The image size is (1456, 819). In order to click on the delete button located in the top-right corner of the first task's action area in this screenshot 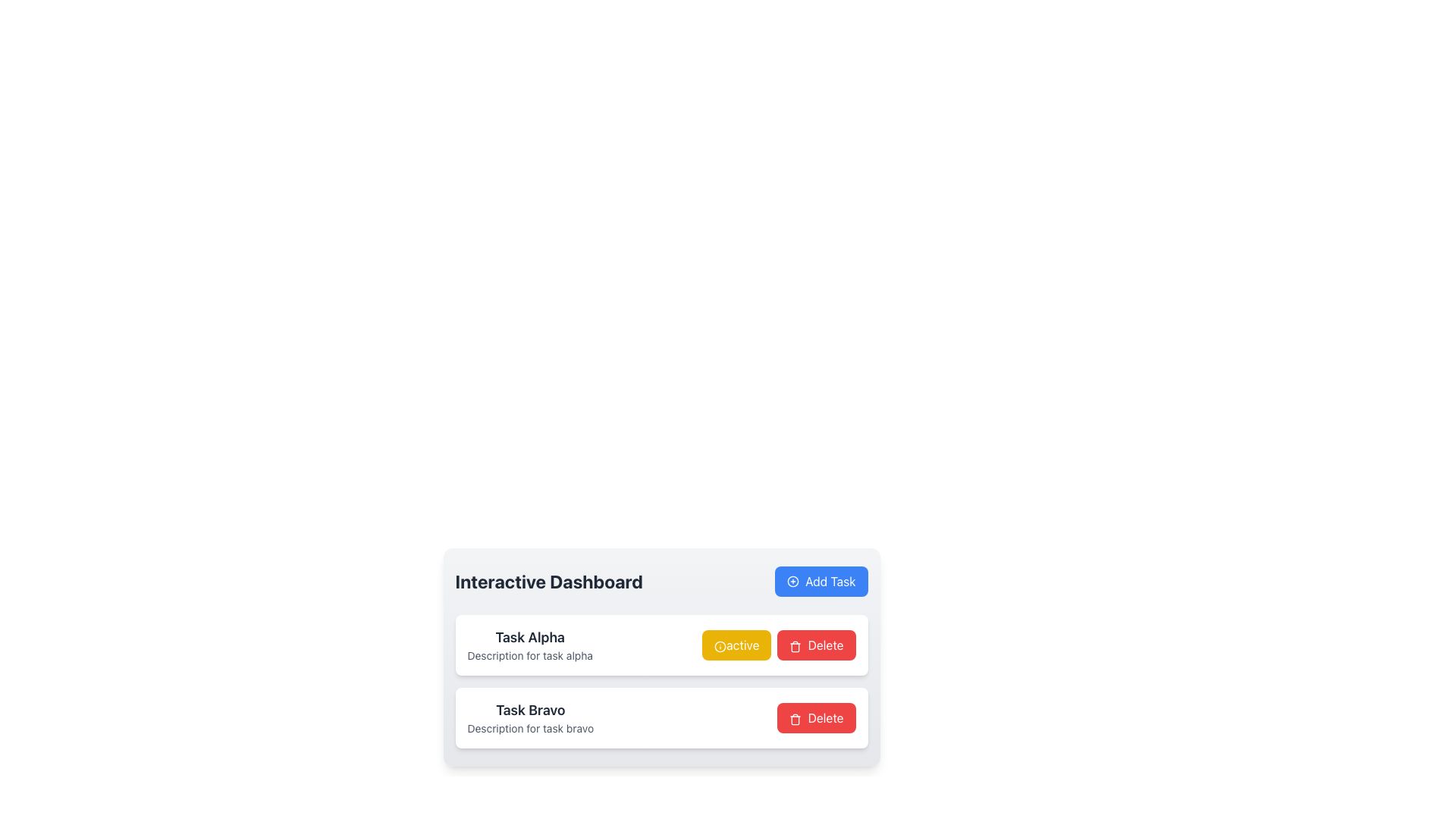, I will do `click(814, 645)`.